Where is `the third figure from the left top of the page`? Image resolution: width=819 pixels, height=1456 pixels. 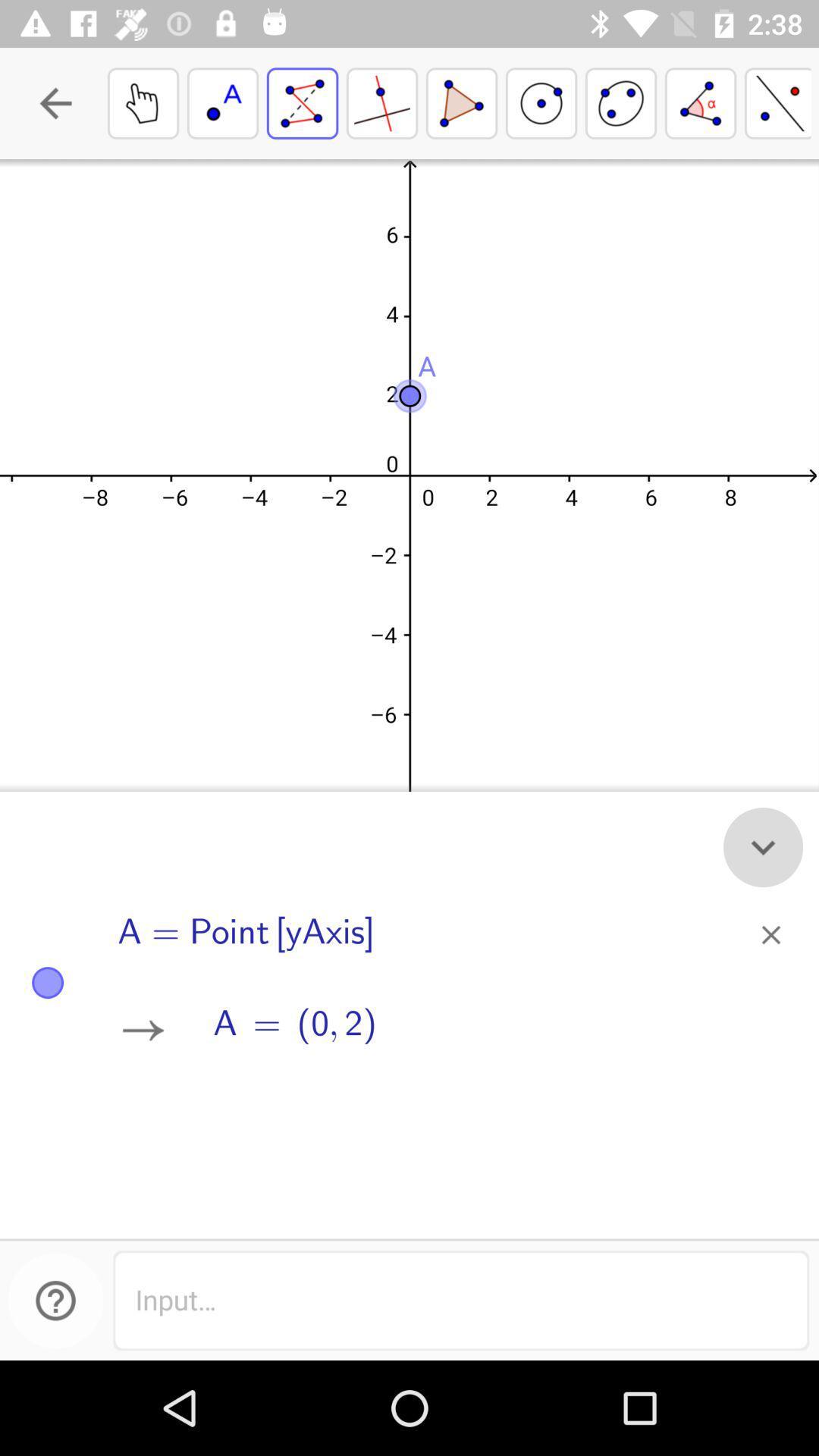 the third figure from the left top of the page is located at coordinates (763, 846).